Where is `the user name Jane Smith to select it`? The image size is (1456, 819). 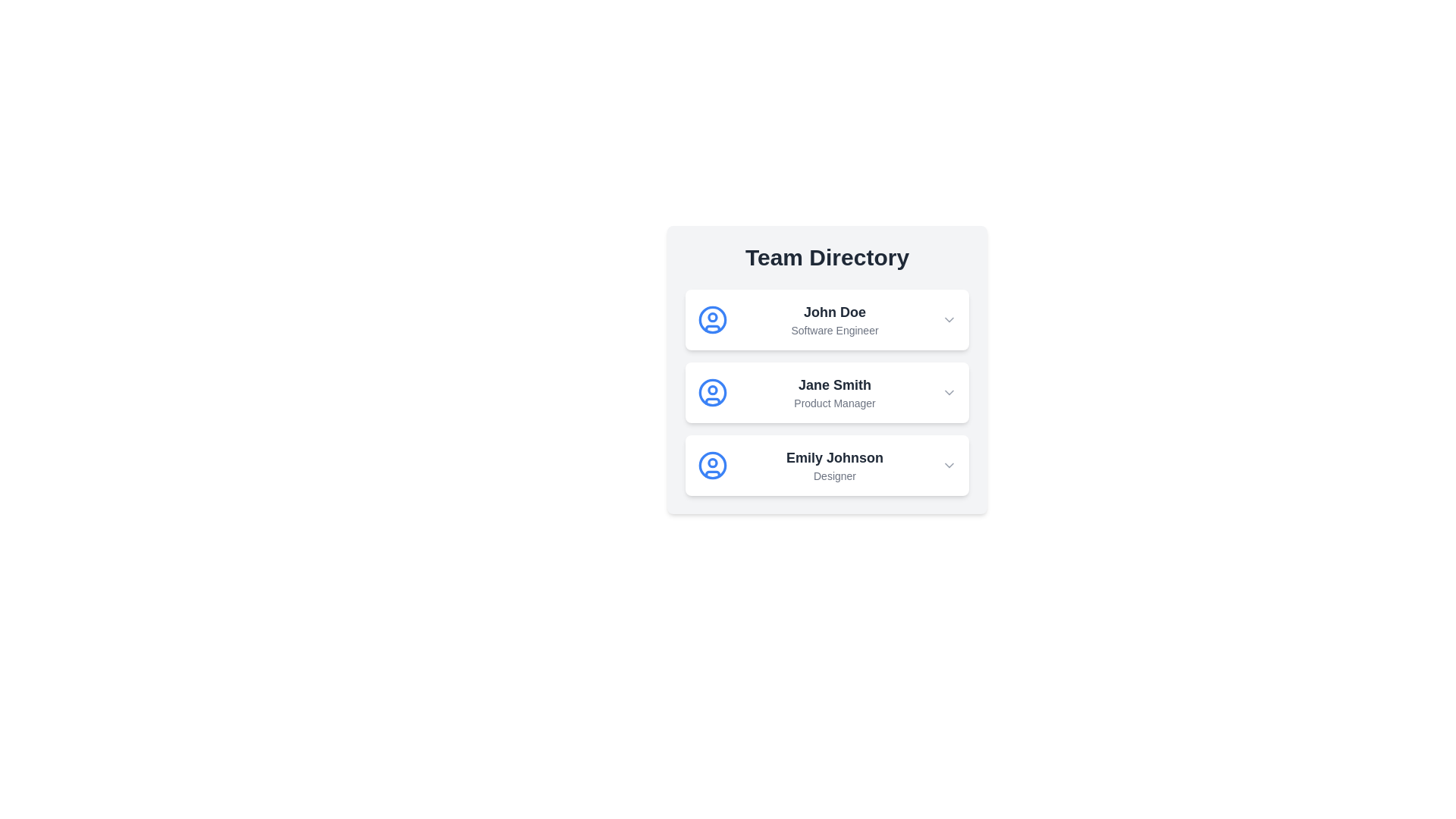
the user name Jane Smith to select it is located at coordinates (833, 384).